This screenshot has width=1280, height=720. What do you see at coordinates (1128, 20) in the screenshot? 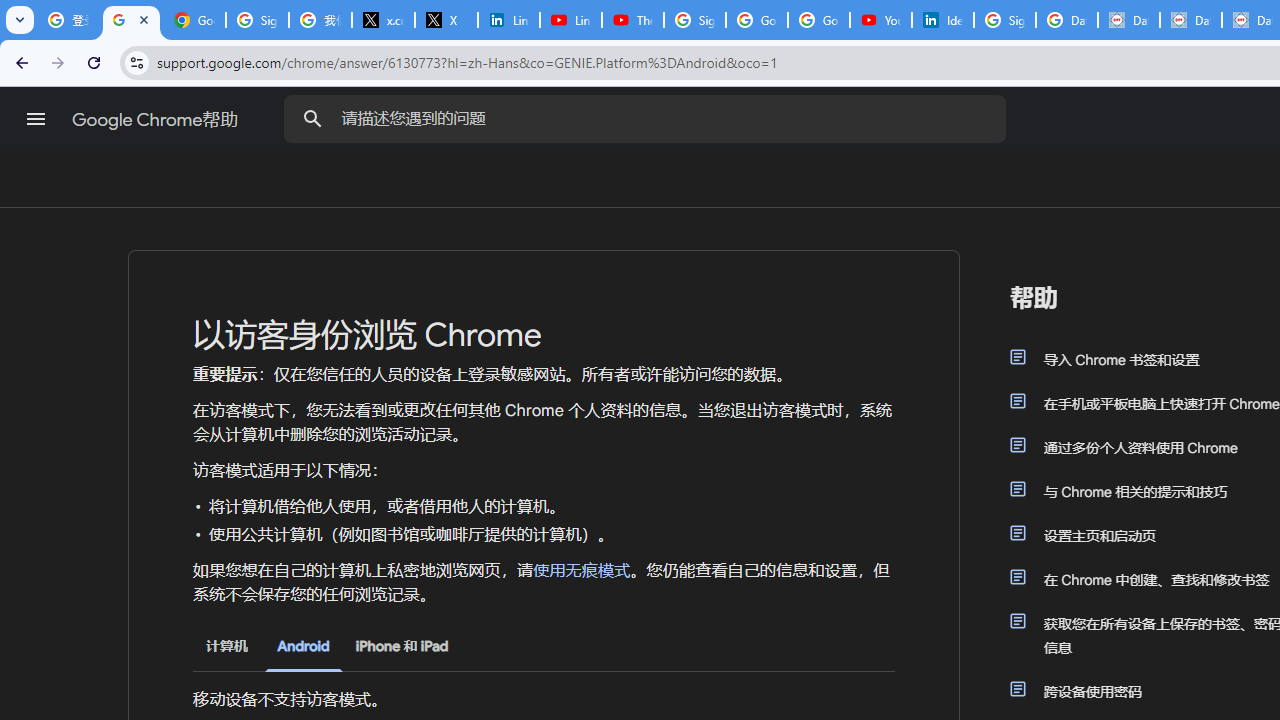
I see `'Data Privacy Framework'` at bounding box center [1128, 20].